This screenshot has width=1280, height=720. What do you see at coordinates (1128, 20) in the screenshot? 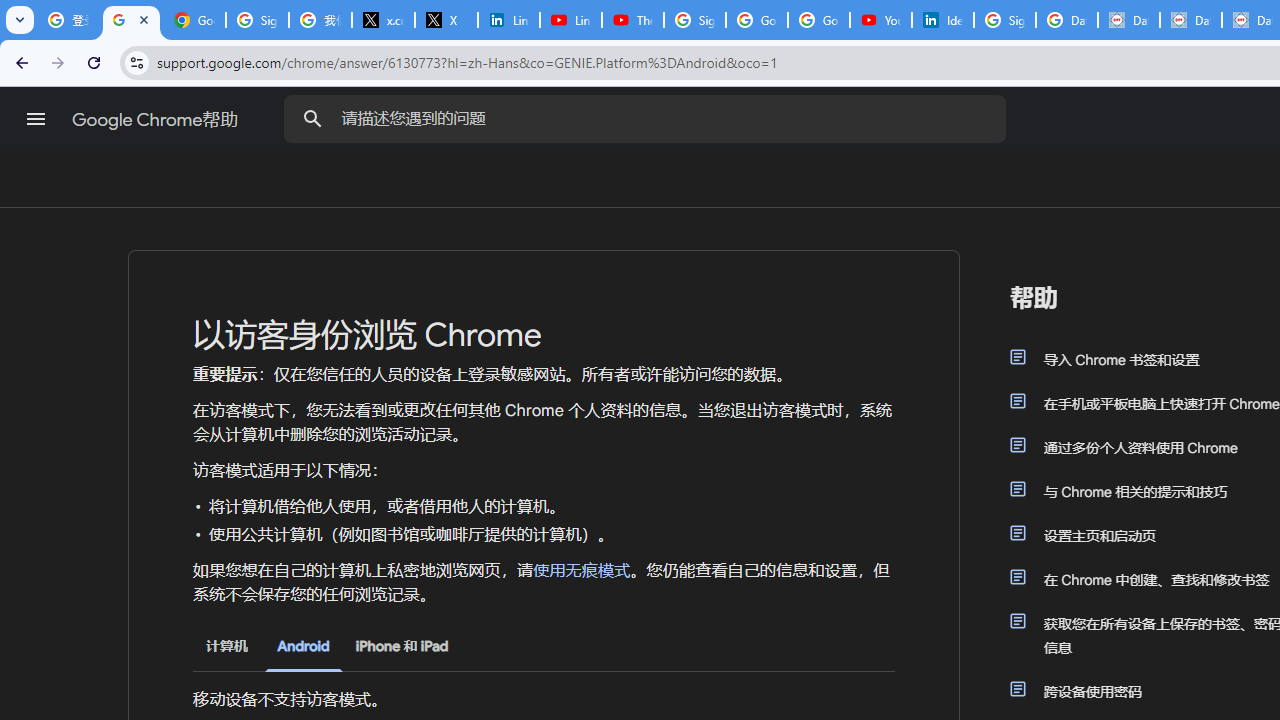
I see `'Data Privacy Framework'` at bounding box center [1128, 20].